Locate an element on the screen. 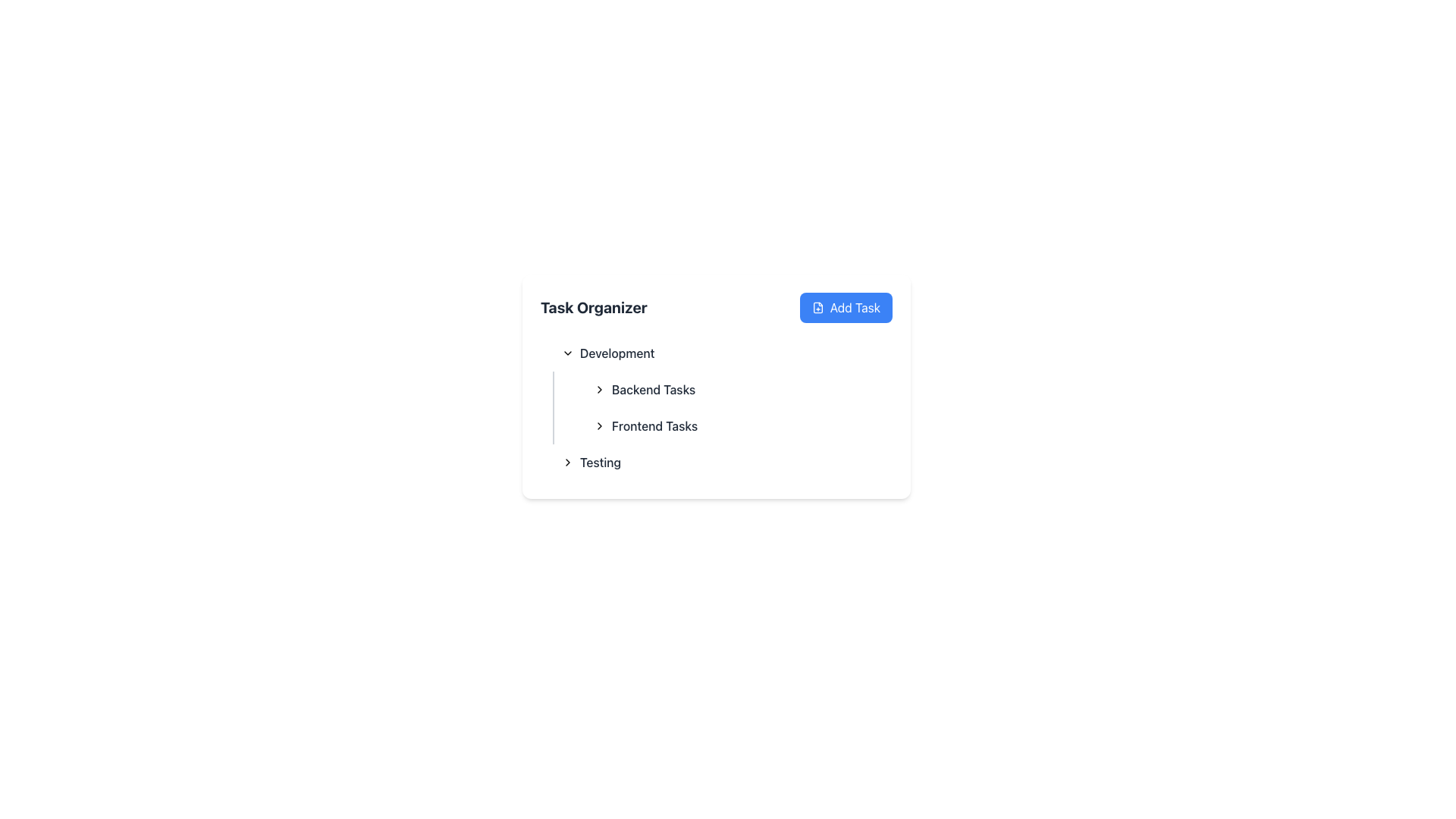 The width and height of the screenshot is (1456, 819). the expandable list item labeled 'Testing' by navigating to its content at the center of the element is located at coordinates (591, 461).